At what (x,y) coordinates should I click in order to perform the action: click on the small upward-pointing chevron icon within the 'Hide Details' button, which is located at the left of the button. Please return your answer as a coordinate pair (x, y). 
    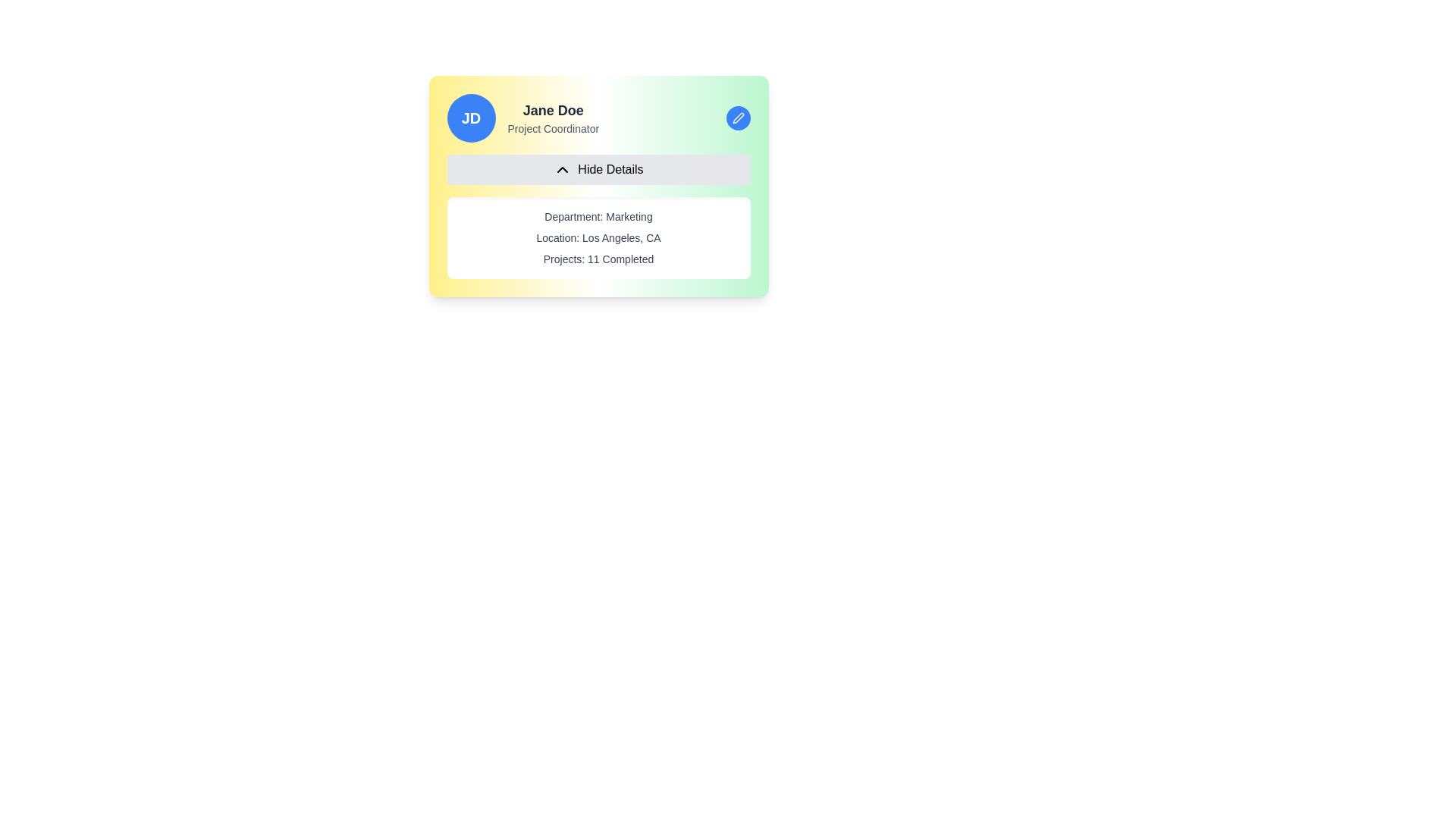
    Looking at the image, I should click on (562, 169).